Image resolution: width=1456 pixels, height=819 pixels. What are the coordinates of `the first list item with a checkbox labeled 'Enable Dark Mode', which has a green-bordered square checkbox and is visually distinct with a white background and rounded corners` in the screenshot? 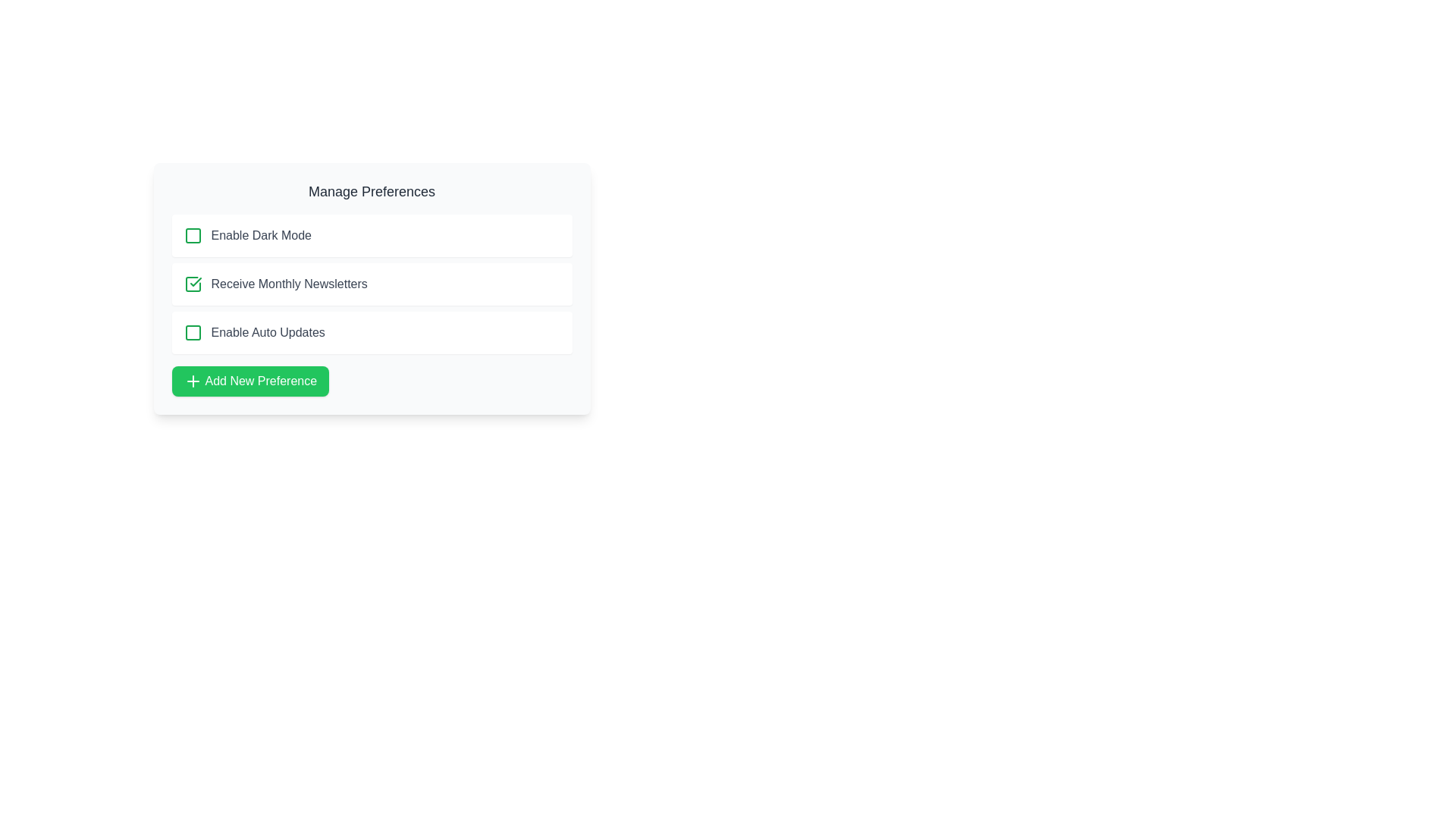 It's located at (372, 236).